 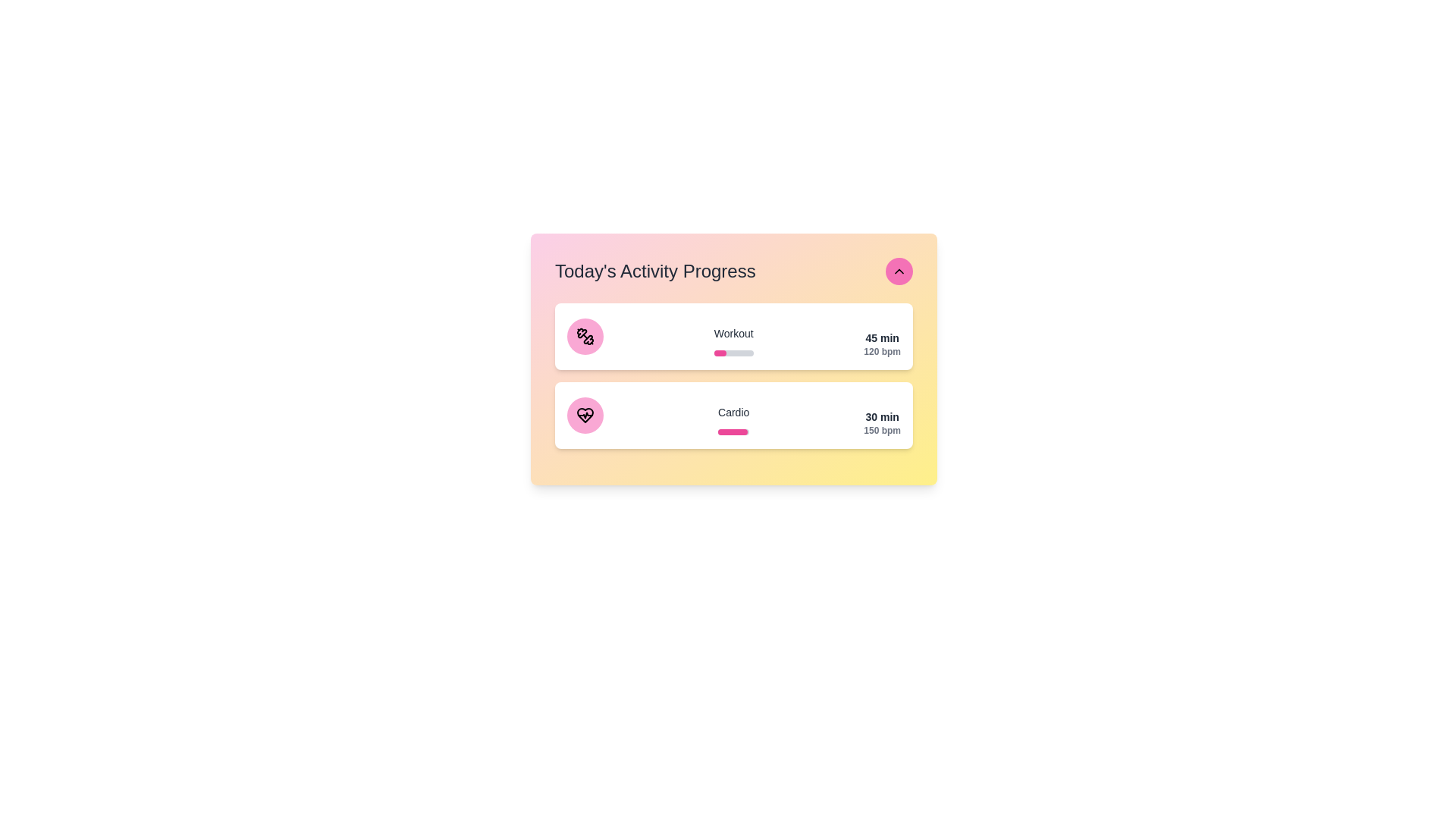 What do you see at coordinates (899, 271) in the screenshot?
I see `the icon located at the top-right corner of the activity progress card` at bounding box center [899, 271].